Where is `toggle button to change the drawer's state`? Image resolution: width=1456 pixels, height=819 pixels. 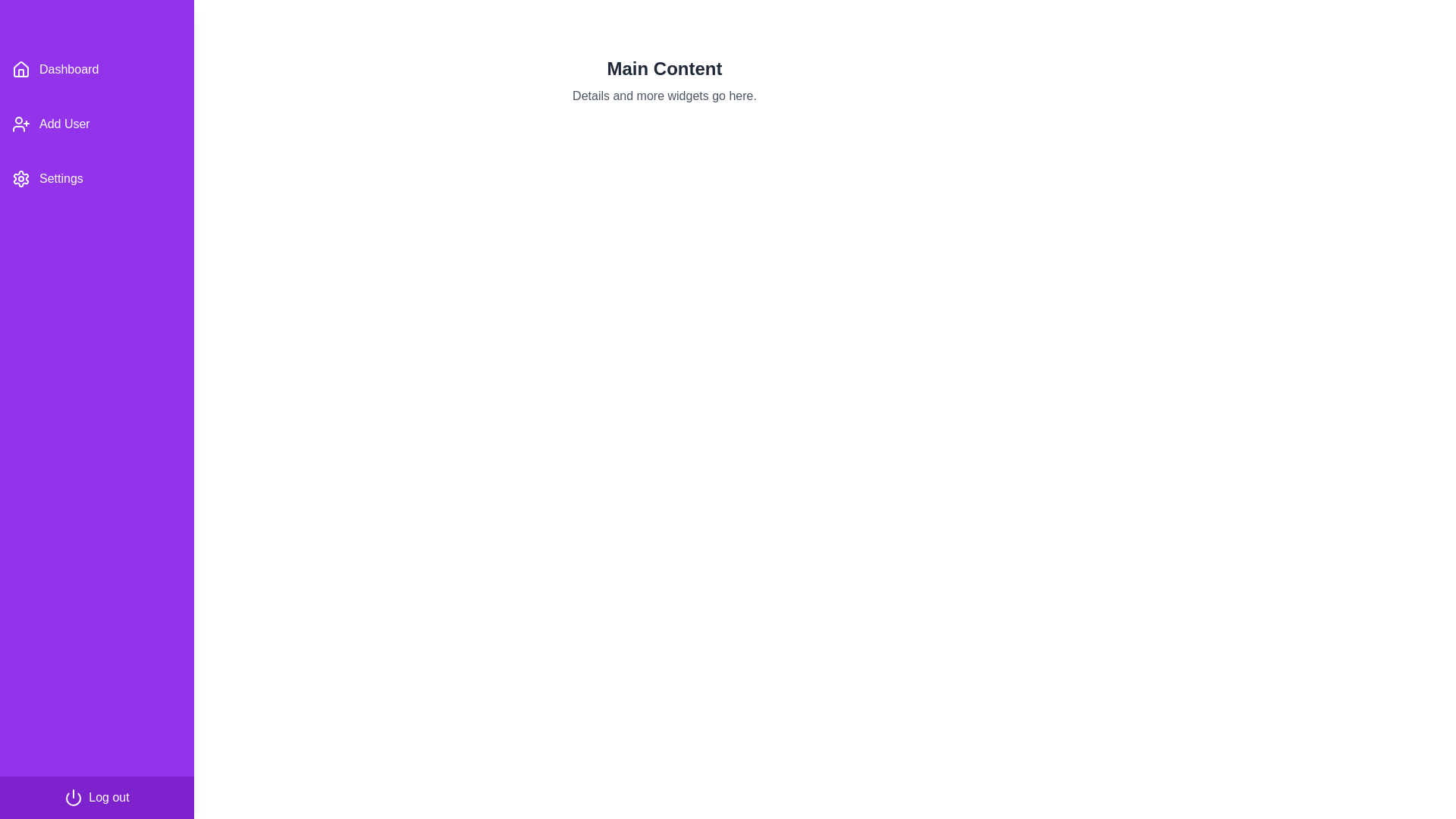
toggle button to change the drawer's state is located at coordinates (33, 27).